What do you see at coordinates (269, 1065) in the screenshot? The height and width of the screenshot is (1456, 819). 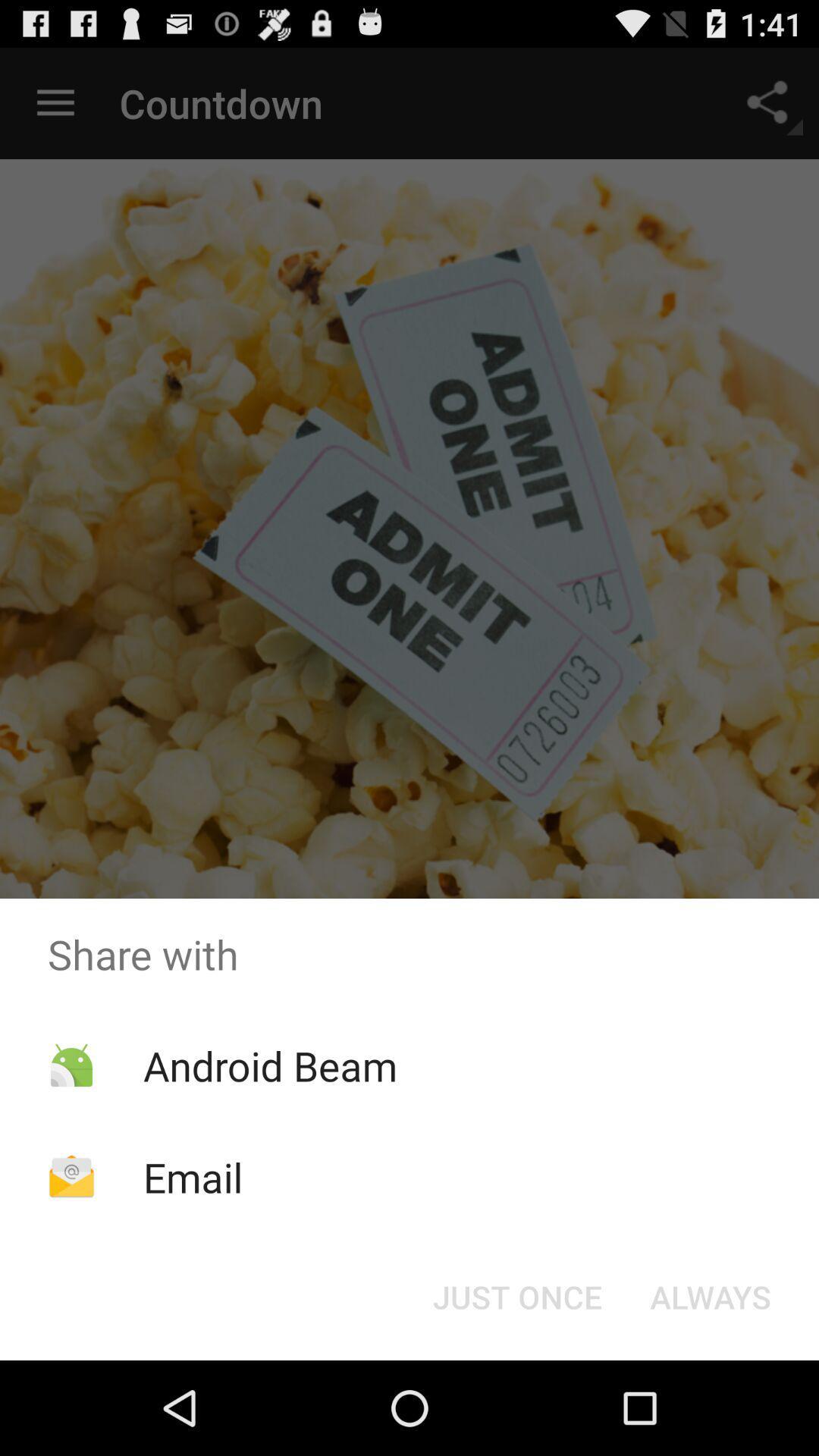 I see `the android beam app` at bounding box center [269, 1065].